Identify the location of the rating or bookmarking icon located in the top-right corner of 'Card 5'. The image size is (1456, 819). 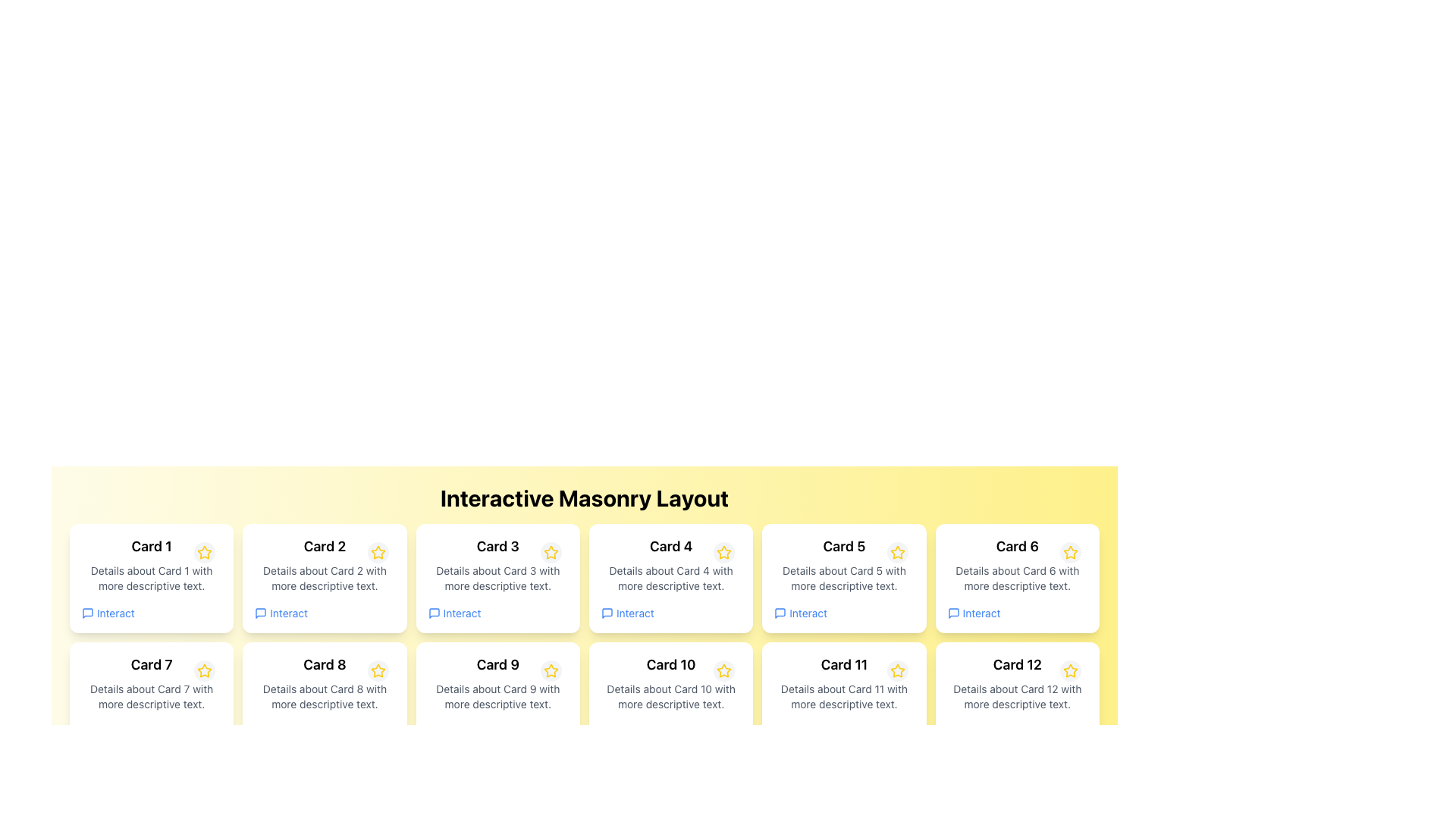
(897, 553).